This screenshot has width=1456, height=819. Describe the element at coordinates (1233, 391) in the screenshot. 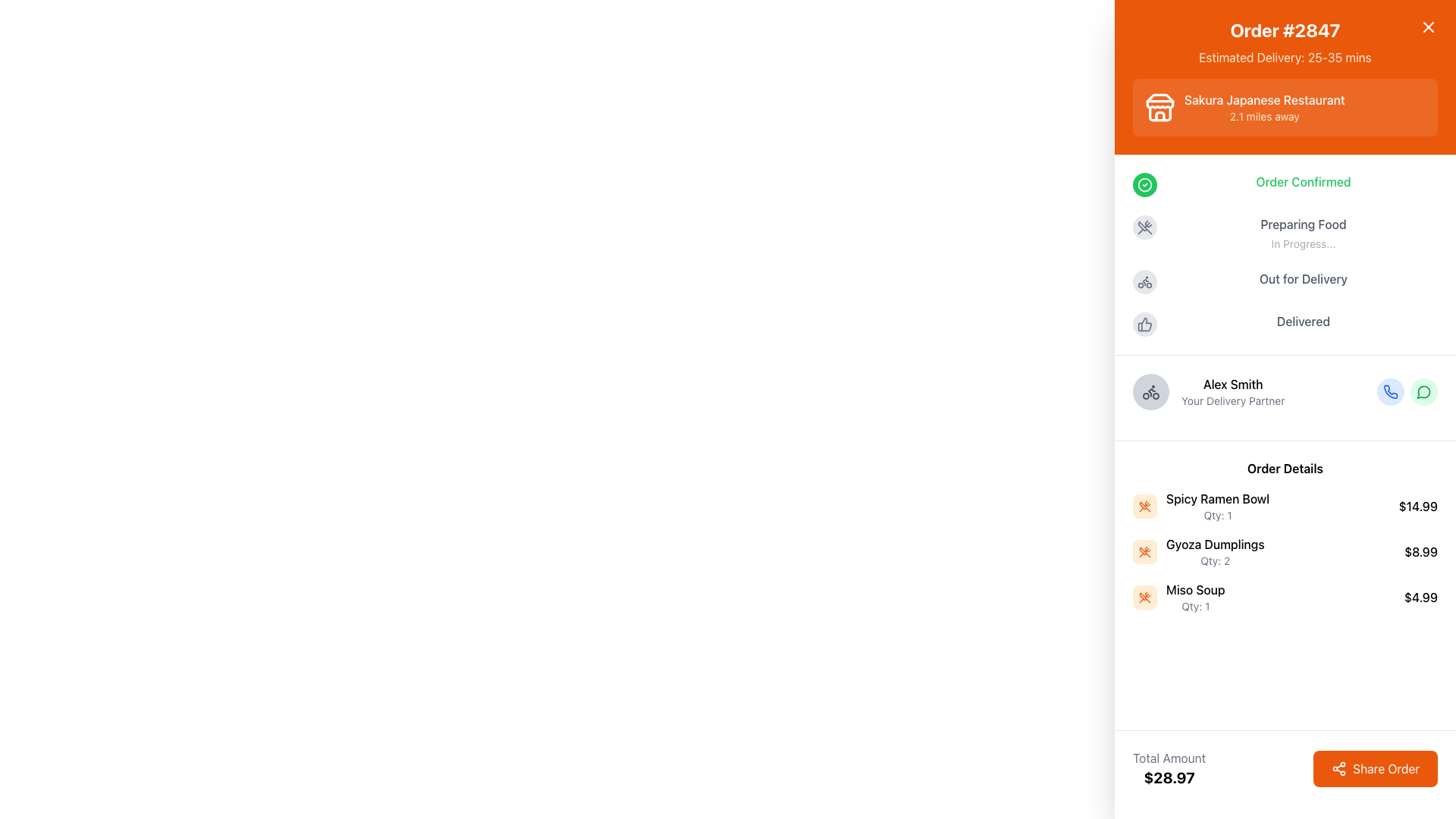

I see `the Informational text block displaying 'Alex Smith' and 'Your Delivery Partner' located in the right-side panel under the 'Order Confirmed' section` at that location.